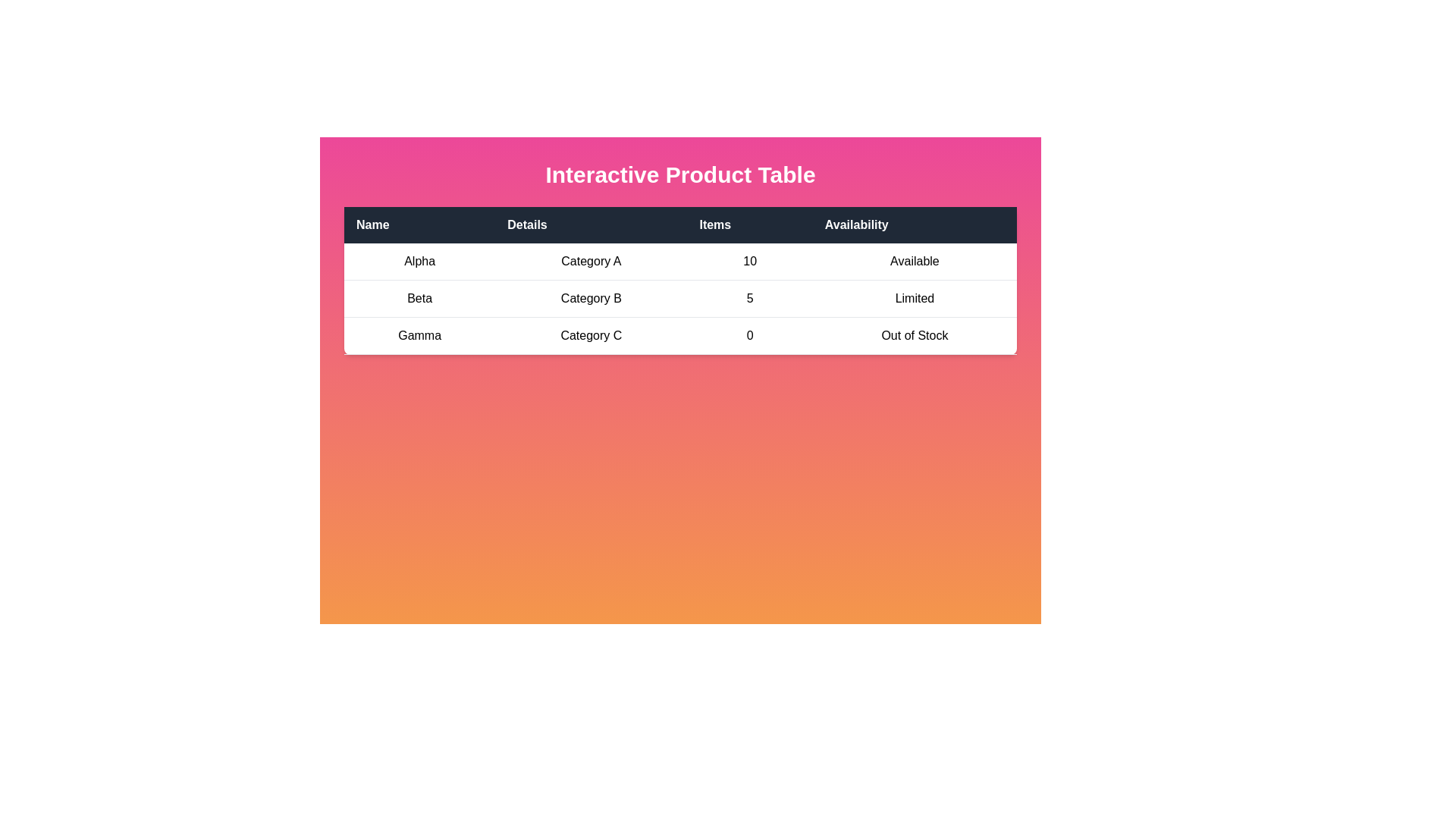 Image resolution: width=1456 pixels, height=819 pixels. I want to click on the 'Out of Stock' text label that is bold and centered in the last column of the third row of the table, indicating the availability of the item 'Gamma' in 'Category C', so click(914, 335).